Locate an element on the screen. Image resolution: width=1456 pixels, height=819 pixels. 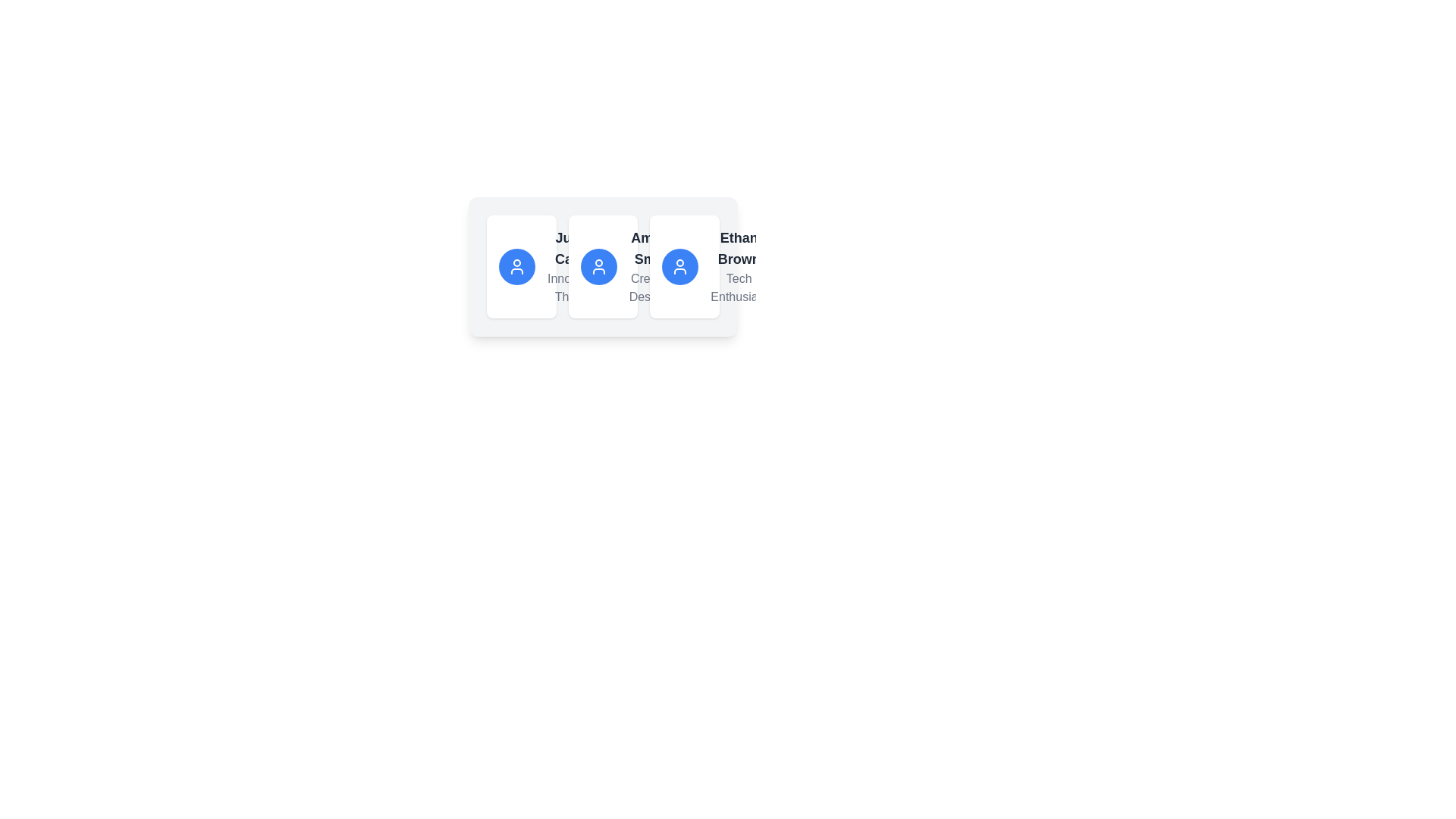
the user profile icon, which is centrally located in the middle card of three horizontally-aligned cards is located at coordinates (602, 265).